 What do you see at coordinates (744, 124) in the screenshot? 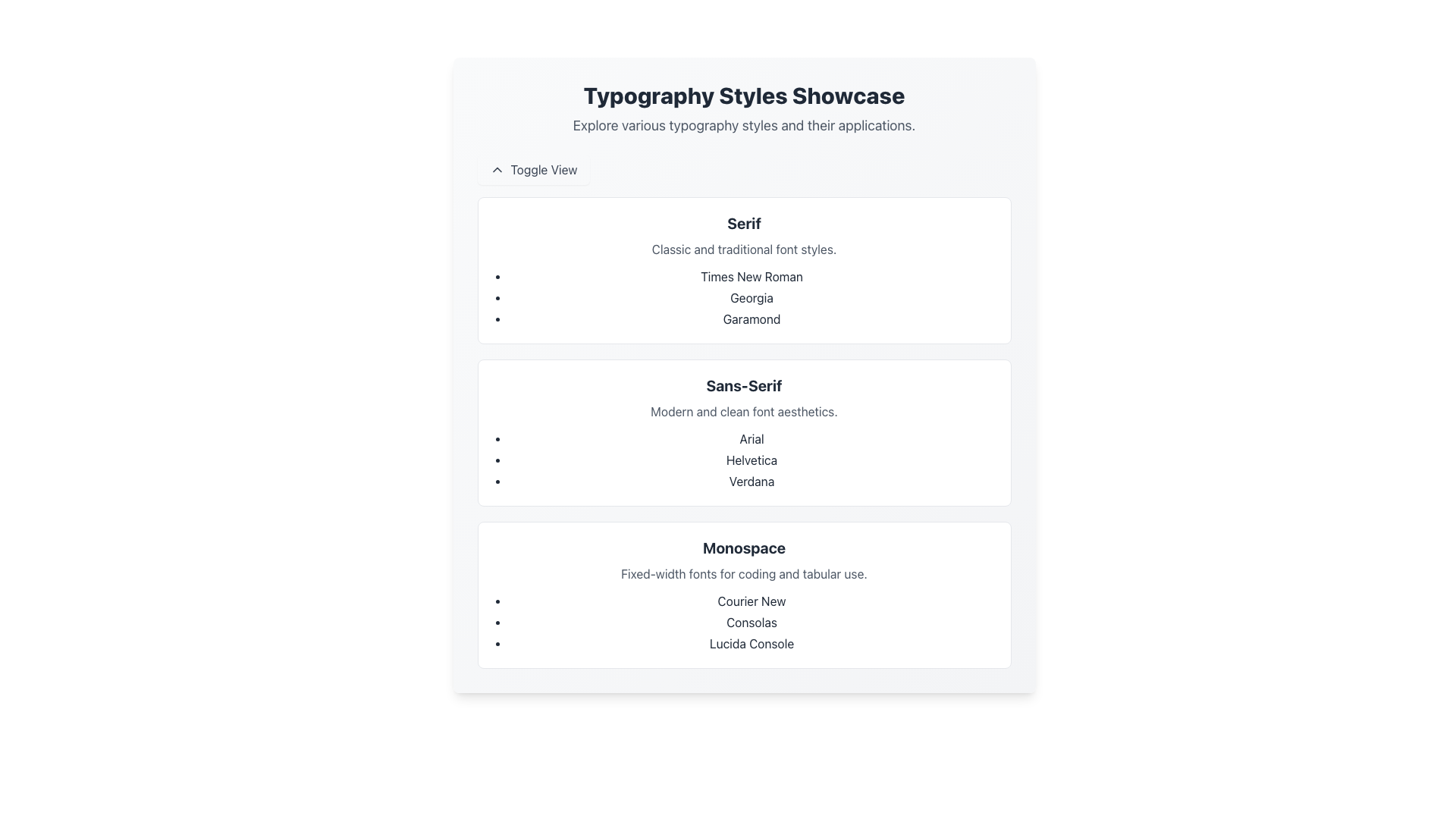
I see `the text block element that reads 'Explore various typography styles and their applications.' which is styled in light gray and positioned beneath the header 'Typography Styles Showcase'` at bounding box center [744, 124].